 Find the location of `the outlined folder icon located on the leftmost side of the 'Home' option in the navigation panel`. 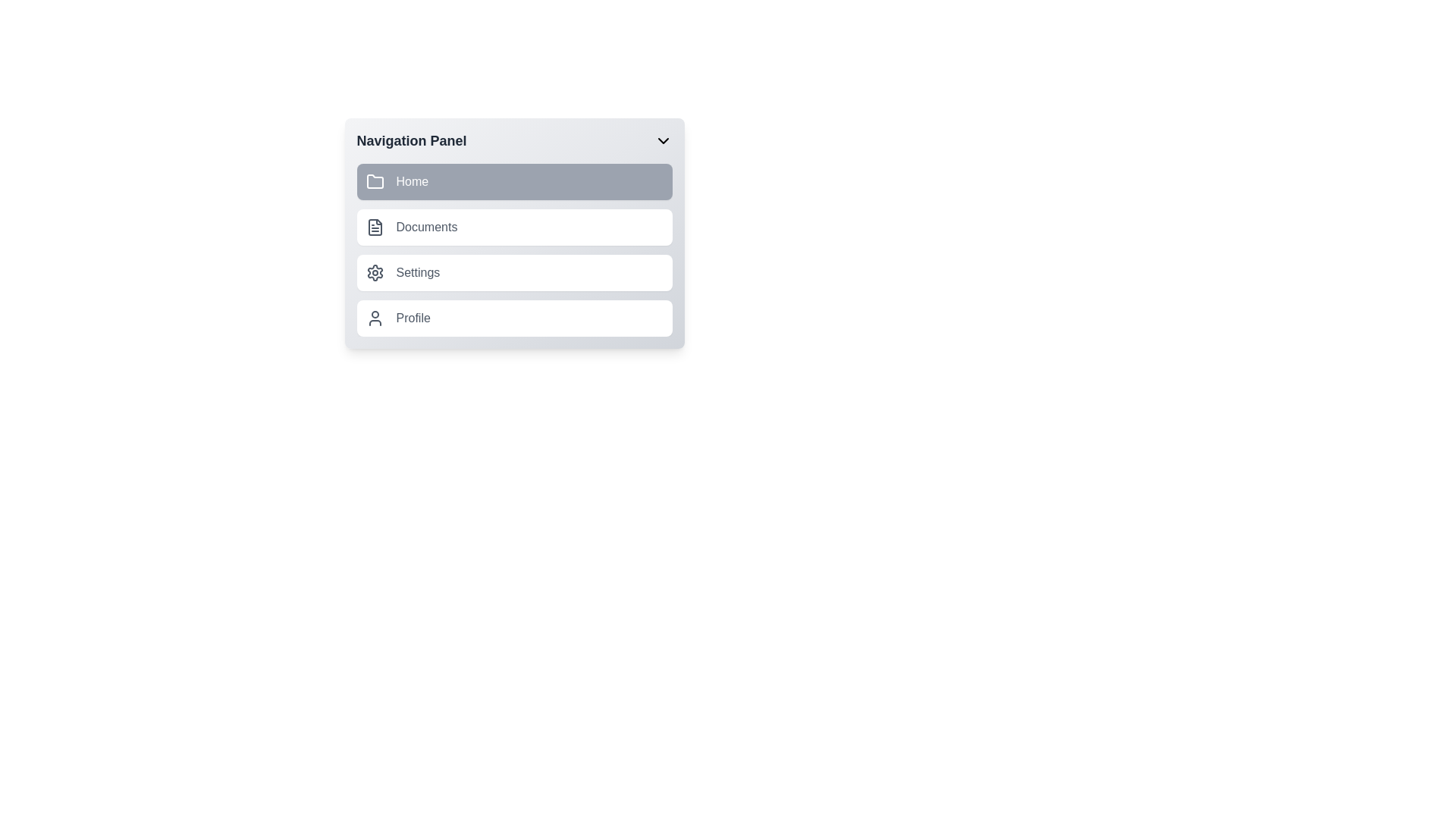

the outlined folder icon located on the leftmost side of the 'Home' option in the navigation panel is located at coordinates (375, 180).